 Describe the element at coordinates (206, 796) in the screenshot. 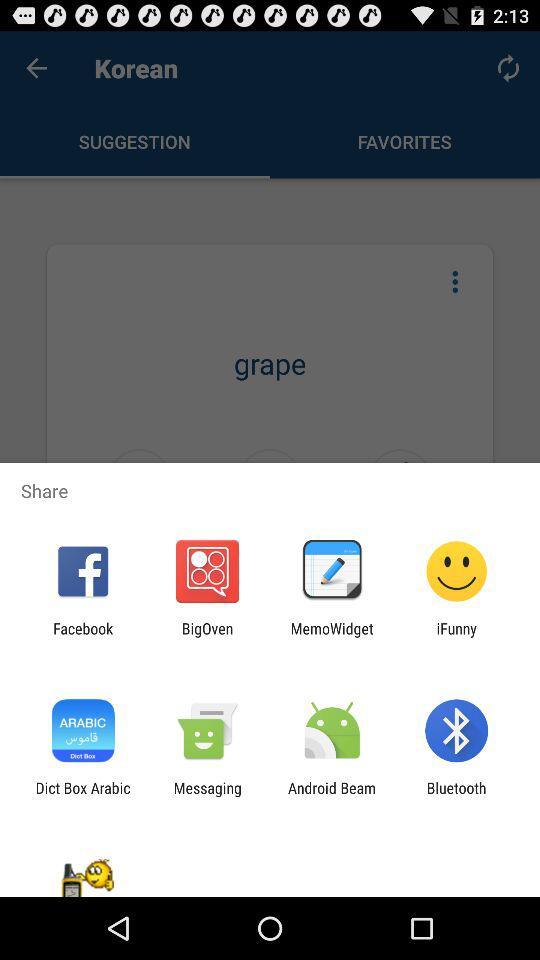

I see `the icon to the right of the dict box arabic app` at that location.